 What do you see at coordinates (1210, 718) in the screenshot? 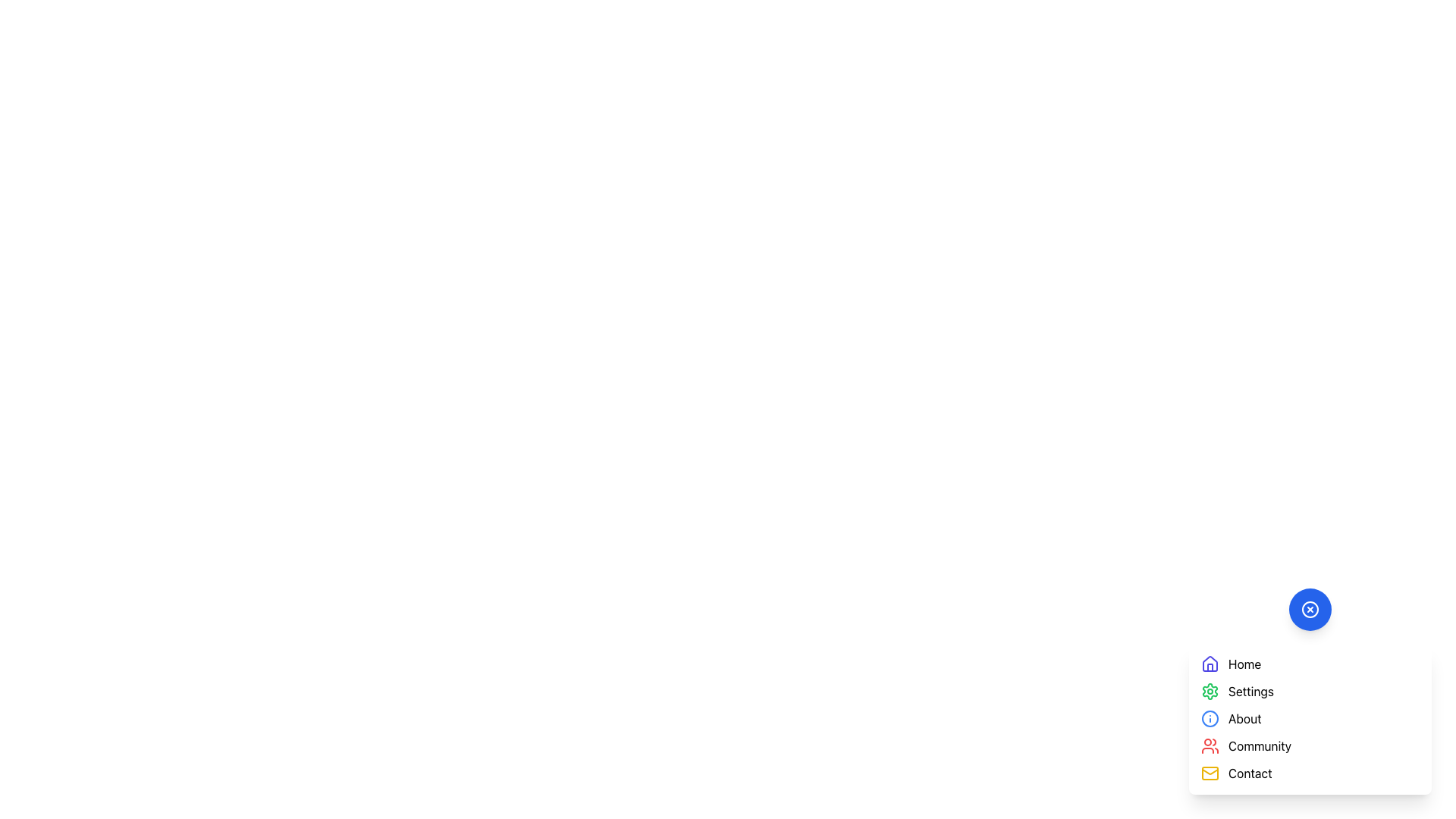
I see `styling of the blue round stroke circle that serves as the background of the floating action button, located at the bottom-right corner of the main interface` at bounding box center [1210, 718].